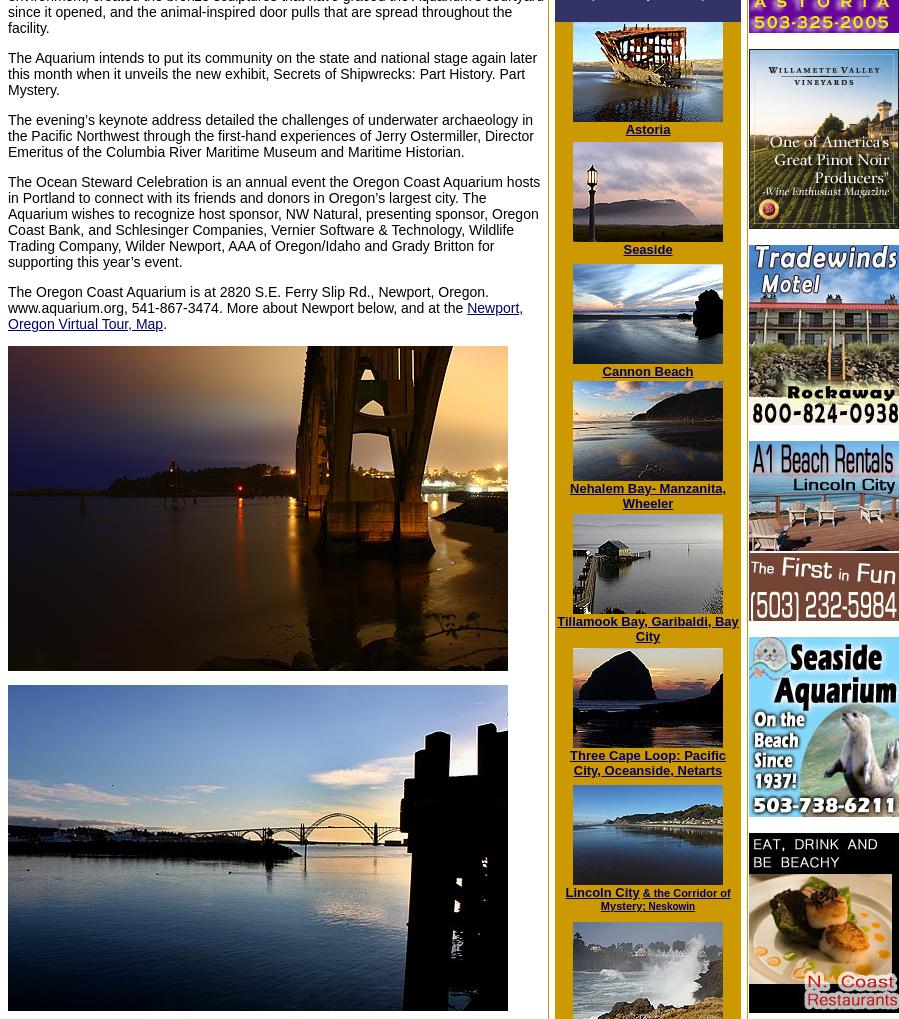  What do you see at coordinates (646, 370) in the screenshot?
I see `'Cannon 
                Beach'` at bounding box center [646, 370].